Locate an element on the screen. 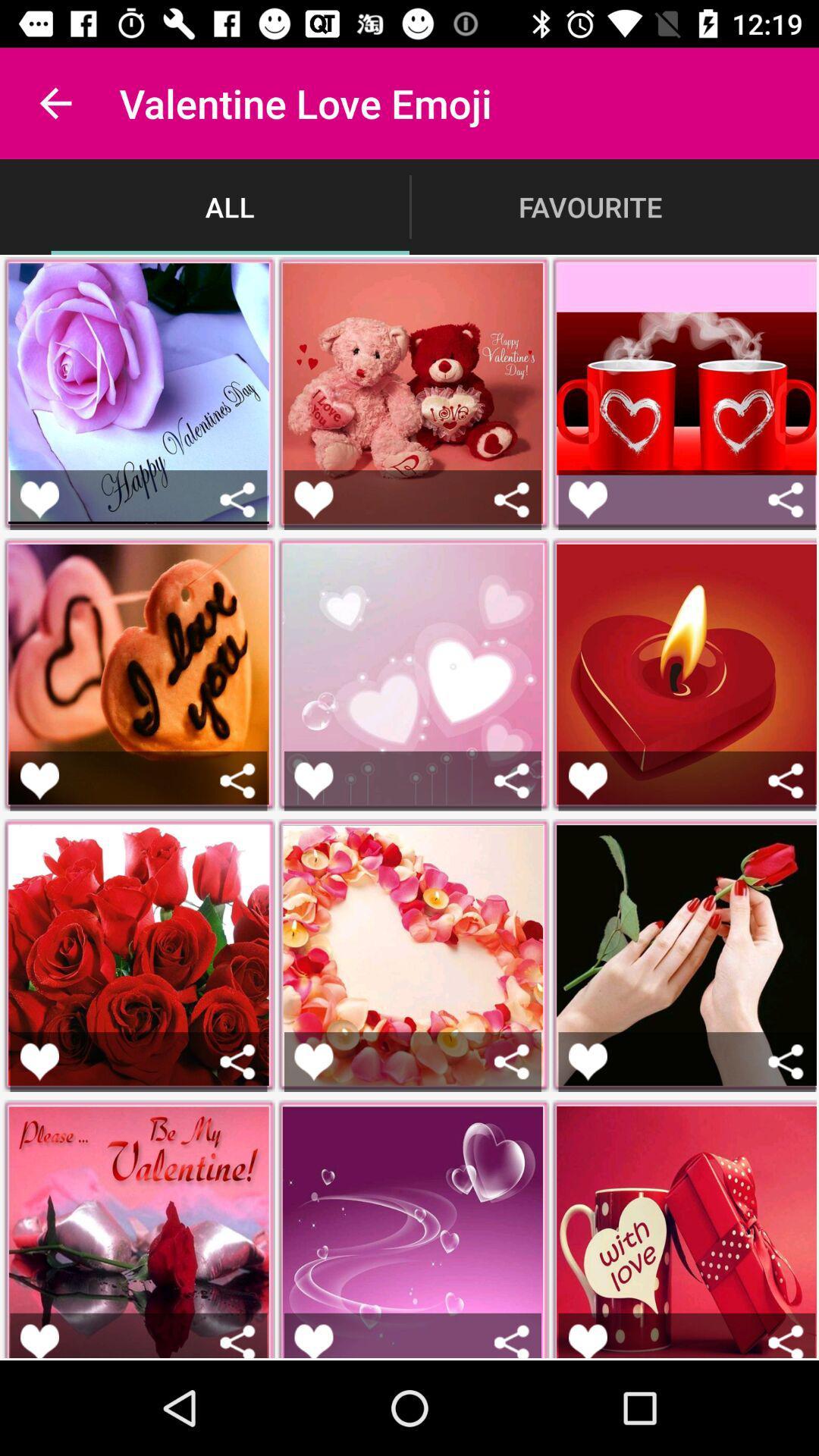  to favourite is located at coordinates (39, 780).